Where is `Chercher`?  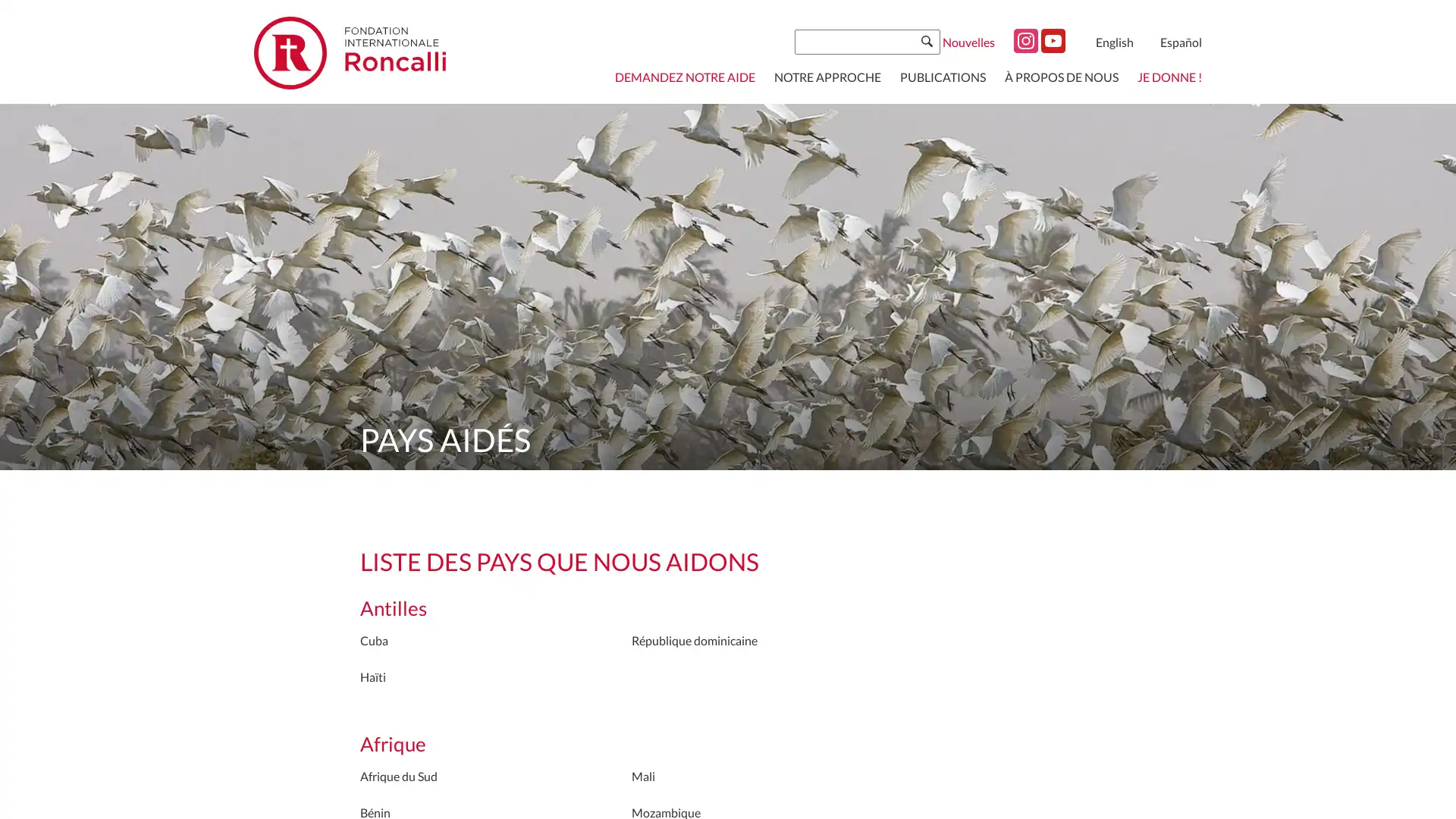
Chercher is located at coordinates (926, 40).